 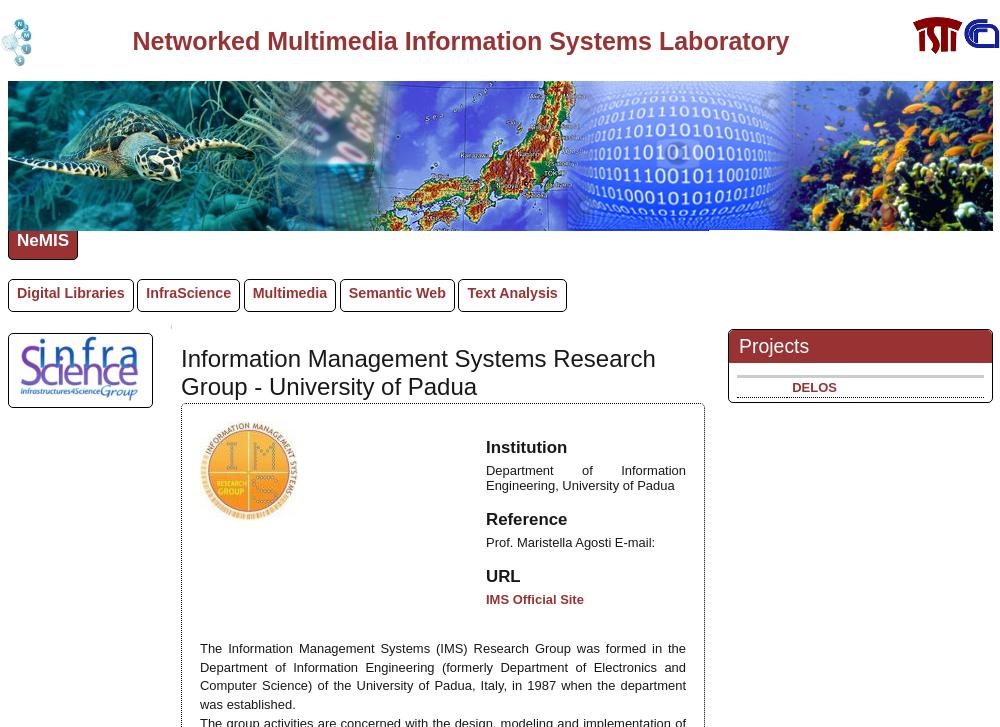 I want to click on 'Semantic Web', so click(x=396, y=292).